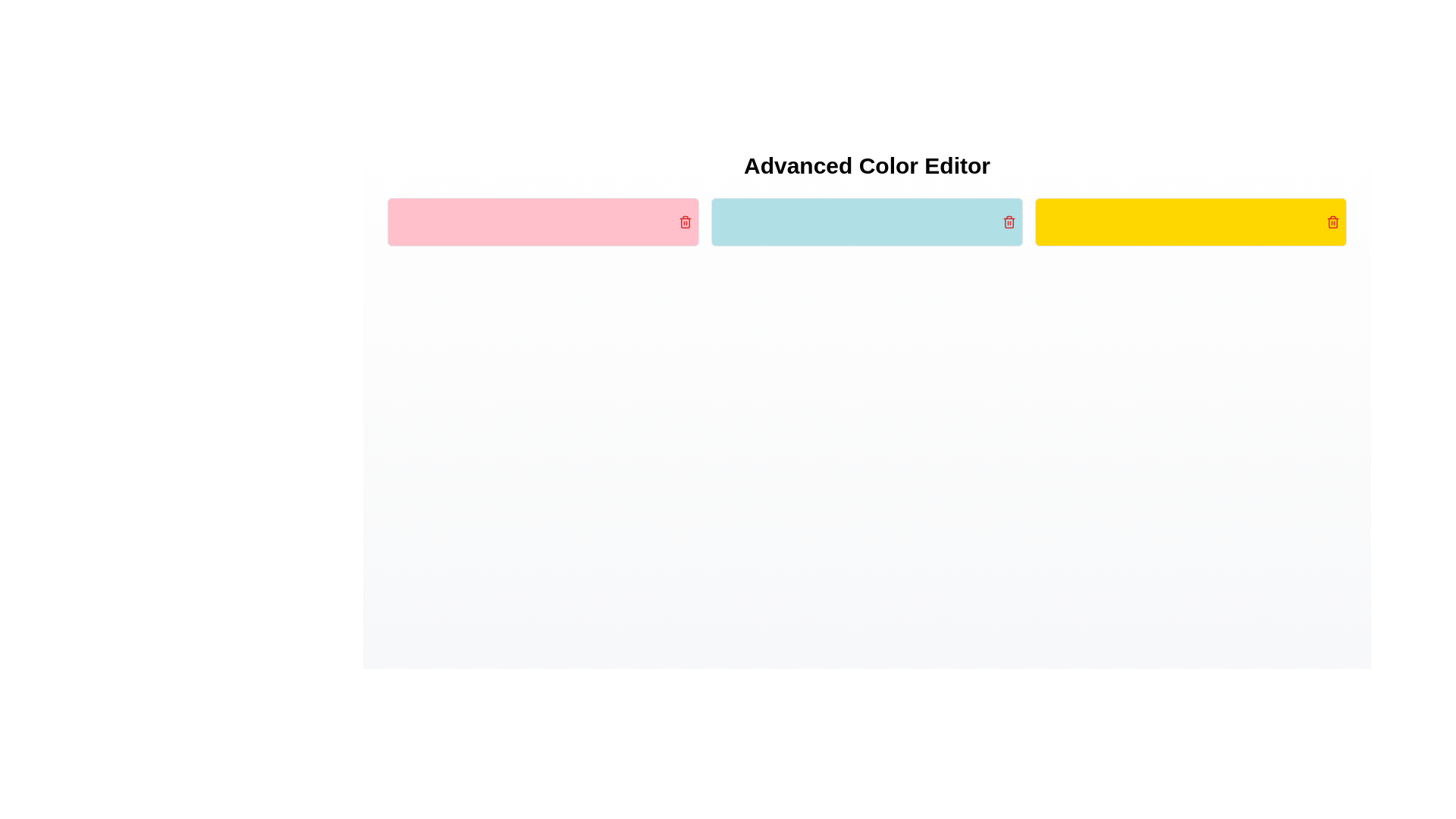 This screenshot has height=819, width=1456. I want to click on the deletion button located at the far-right side of a pink-colored section within a horizontally aligned row, so click(684, 222).